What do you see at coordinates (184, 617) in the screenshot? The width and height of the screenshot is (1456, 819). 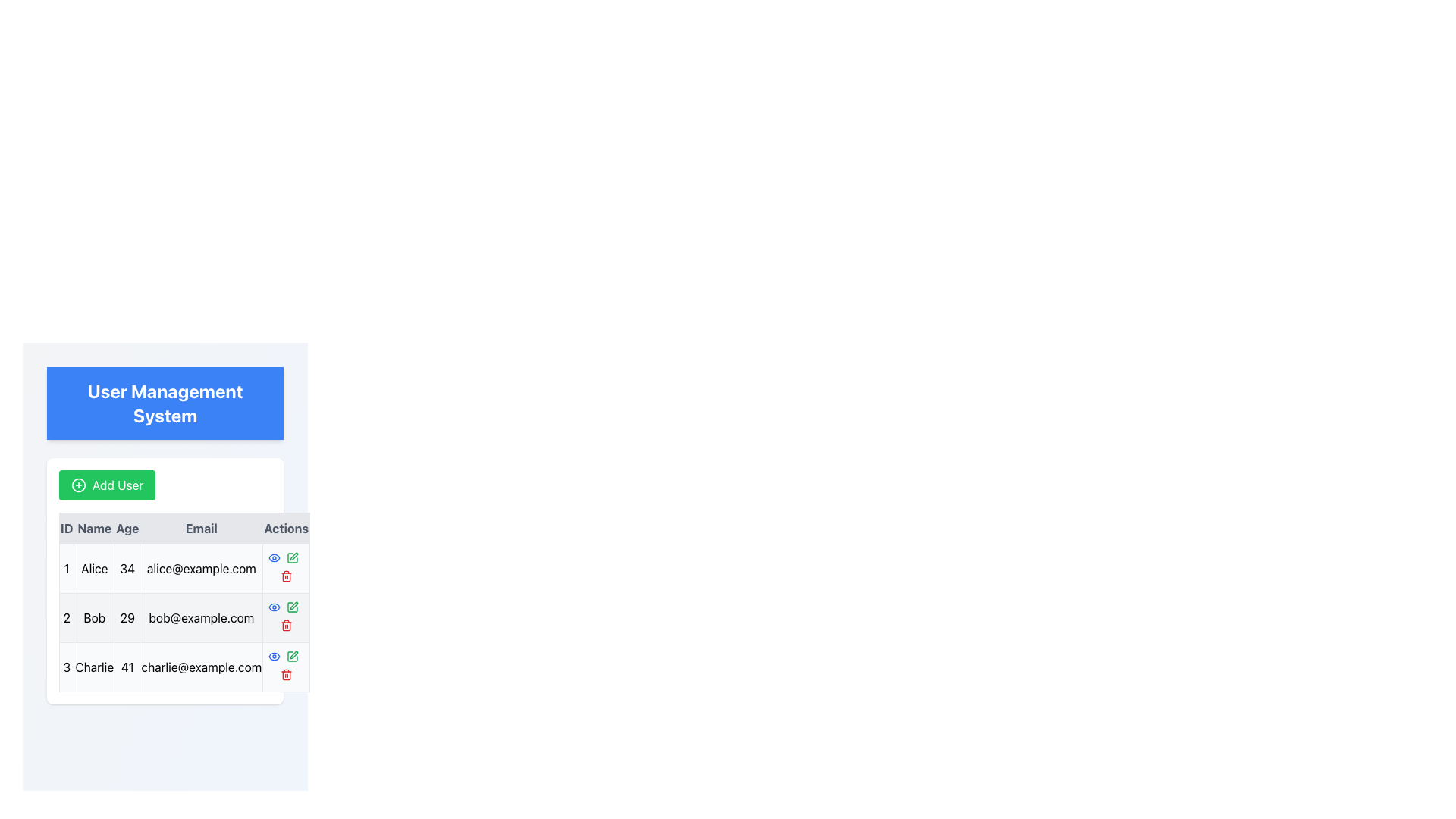 I see `the second row in the table displaying details for 'Bob', age 29, with the email 'bob@example.com'` at bounding box center [184, 617].